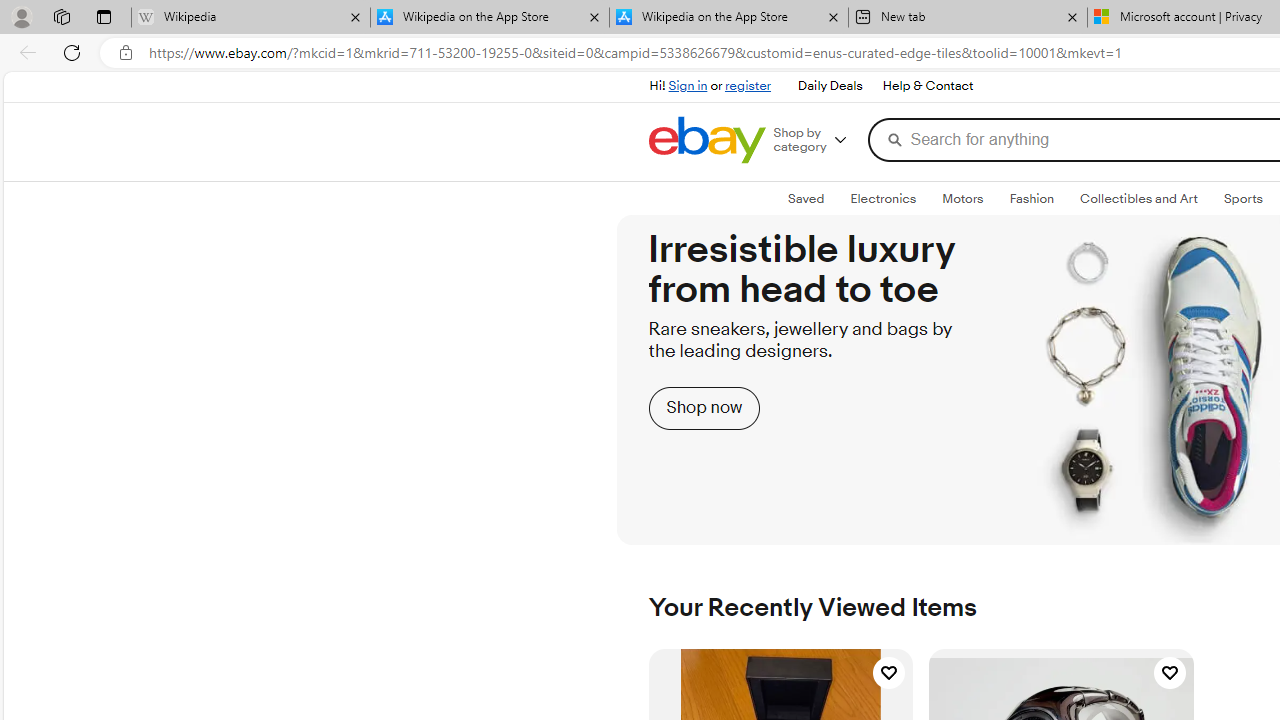 This screenshot has width=1280, height=720. Describe the element at coordinates (706, 139) in the screenshot. I see `'eBay Home'` at that location.